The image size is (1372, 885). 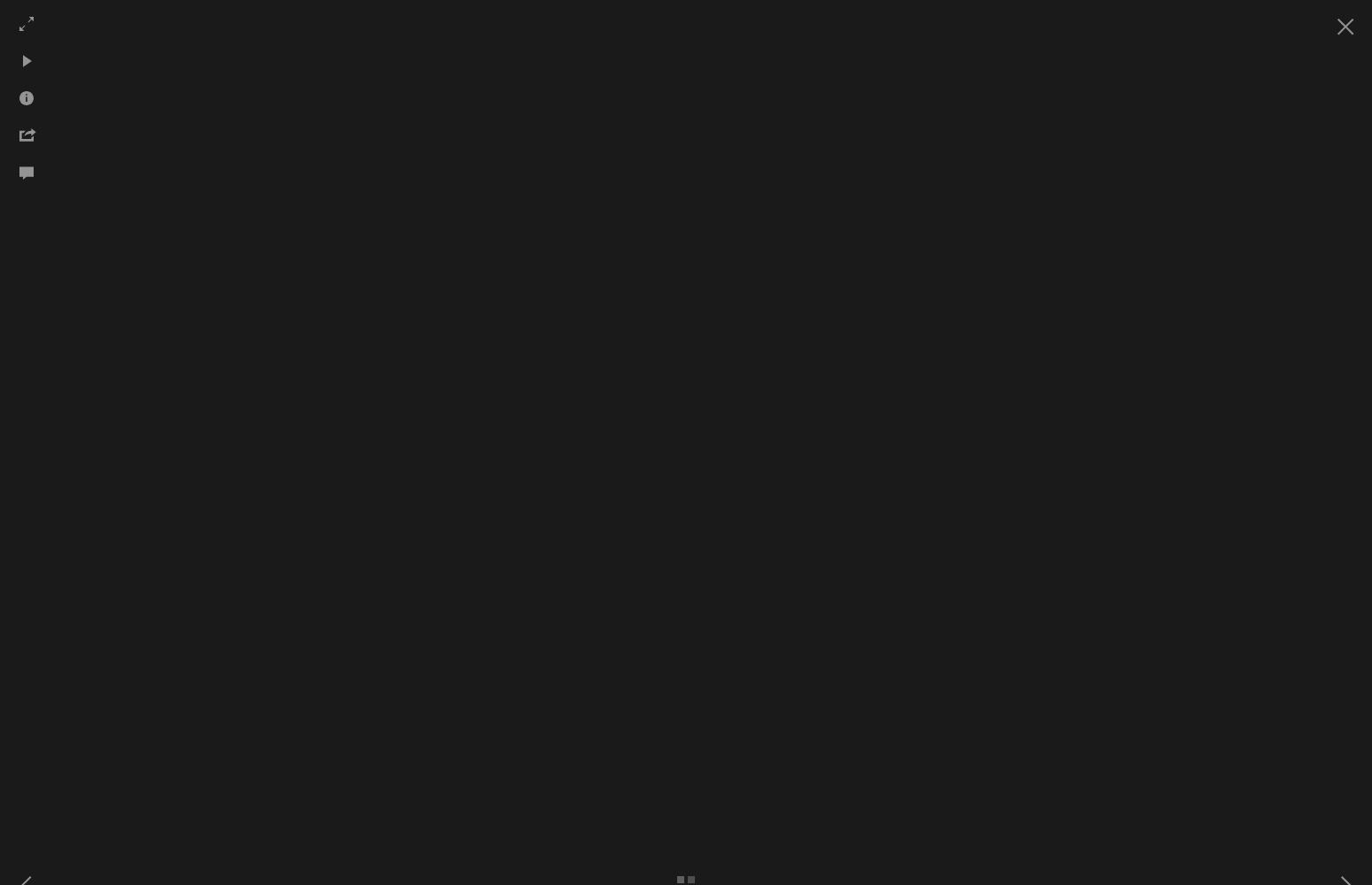 What do you see at coordinates (1044, 204) in the screenshot?
I see `'Landscapes'` at bounding box center [1044, 204].